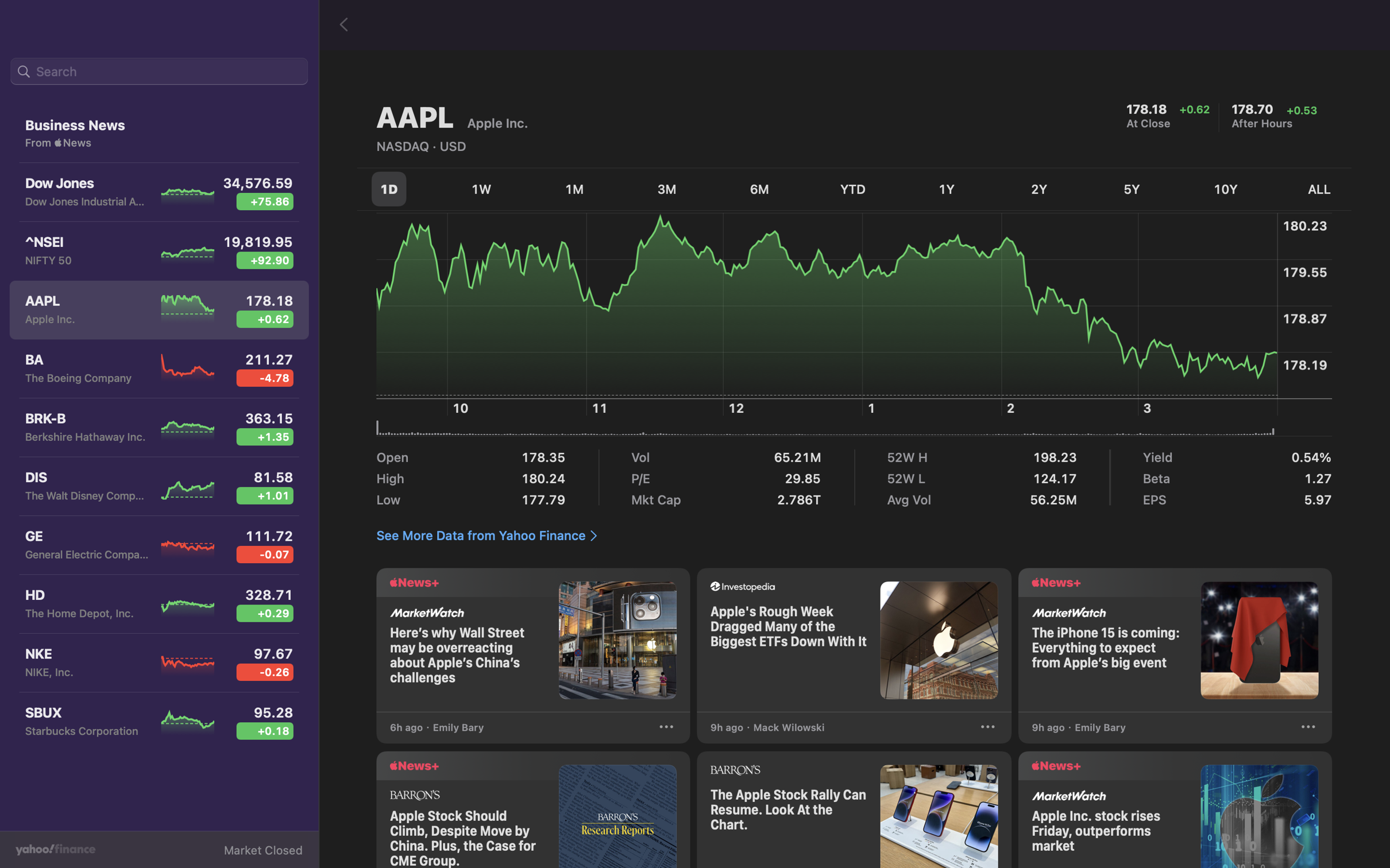 Image resolution: width=1390 pixels, height=868 pixels. What do you see at coordinates (2130870, 597618) in the screenshot?
I see `the 12pm data point and drag to 2pm on the graph` at bounding box center [2130870, 597618].